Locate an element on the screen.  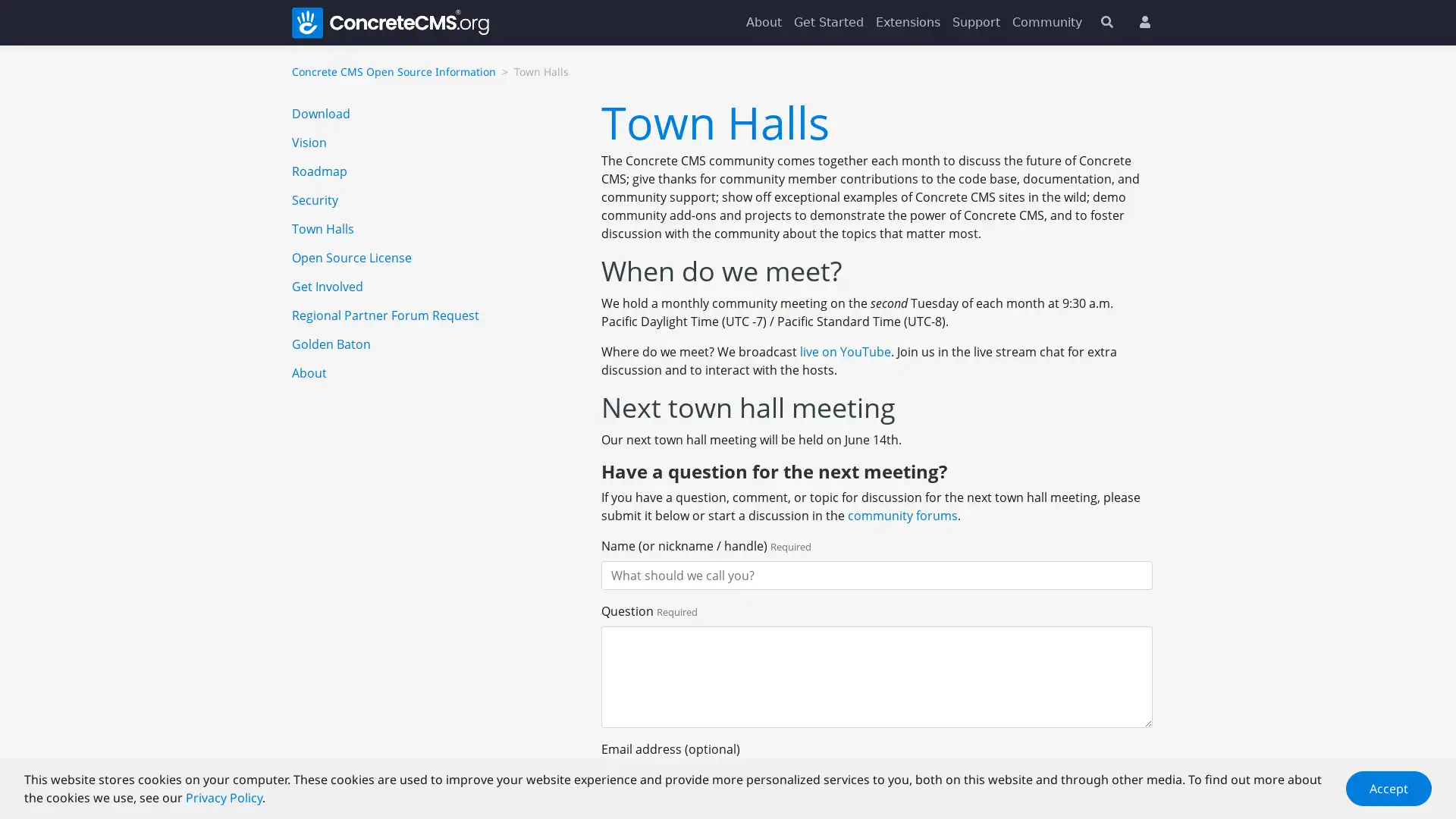
Accept is located at coordinates (1389, 788).